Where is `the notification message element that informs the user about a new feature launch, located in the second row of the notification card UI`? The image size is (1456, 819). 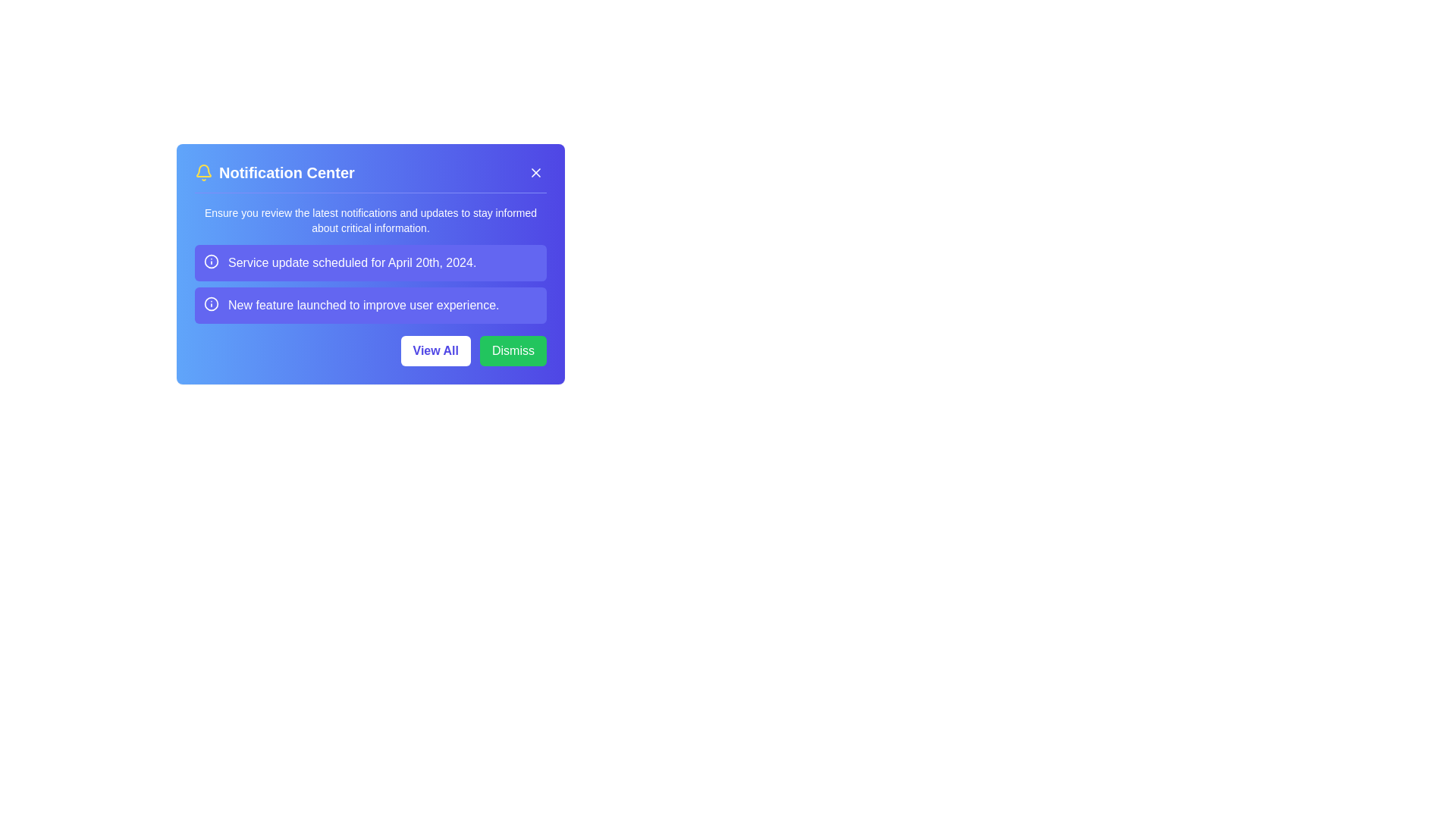
the notification message element that informs the user about a new feature launch, located in the second row of the notification card UI is located at coordinates (362, 305).